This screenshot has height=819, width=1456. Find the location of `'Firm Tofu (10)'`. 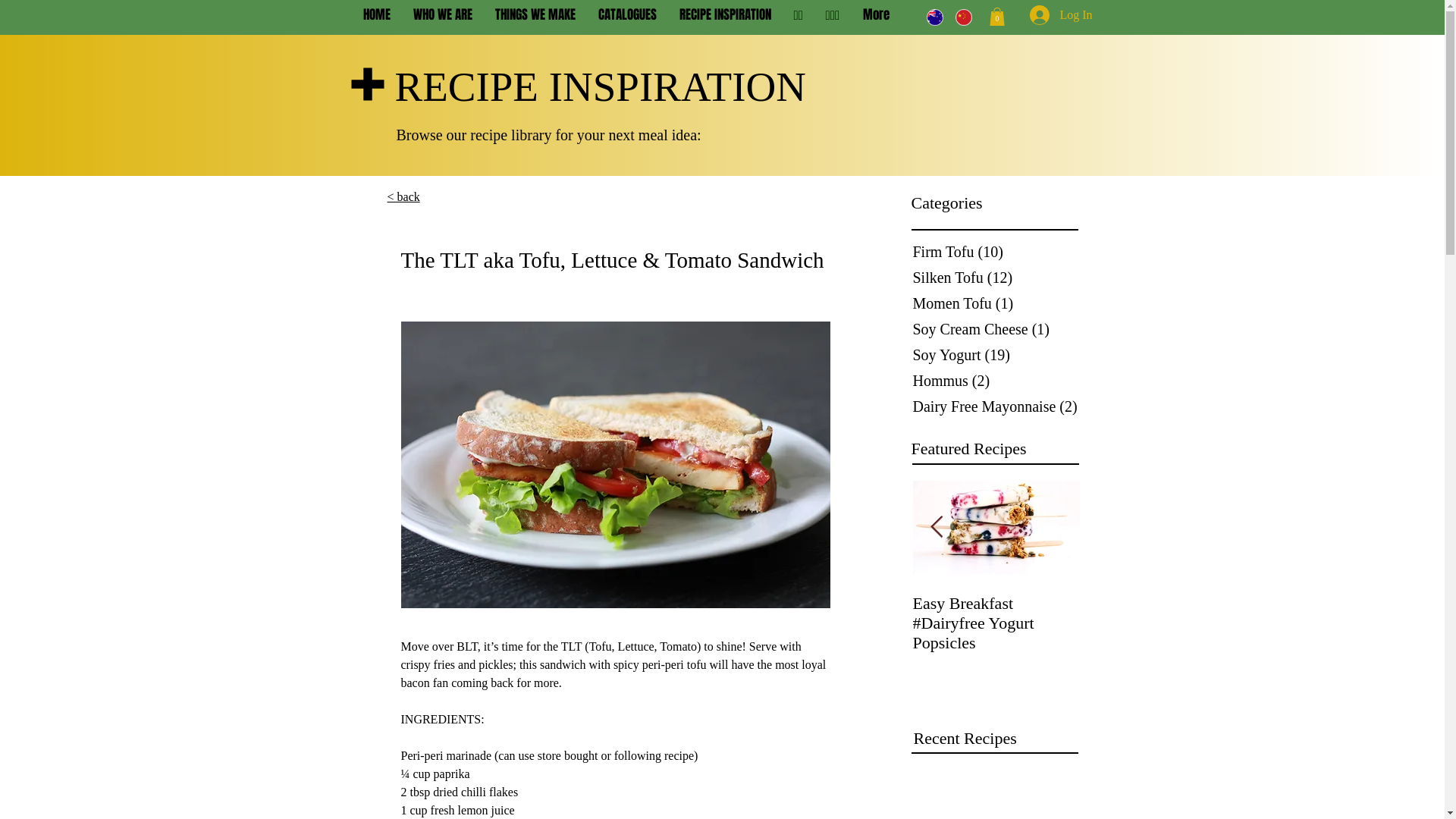

'Firm Tofu (10)' is located at coordinates (910, 250).